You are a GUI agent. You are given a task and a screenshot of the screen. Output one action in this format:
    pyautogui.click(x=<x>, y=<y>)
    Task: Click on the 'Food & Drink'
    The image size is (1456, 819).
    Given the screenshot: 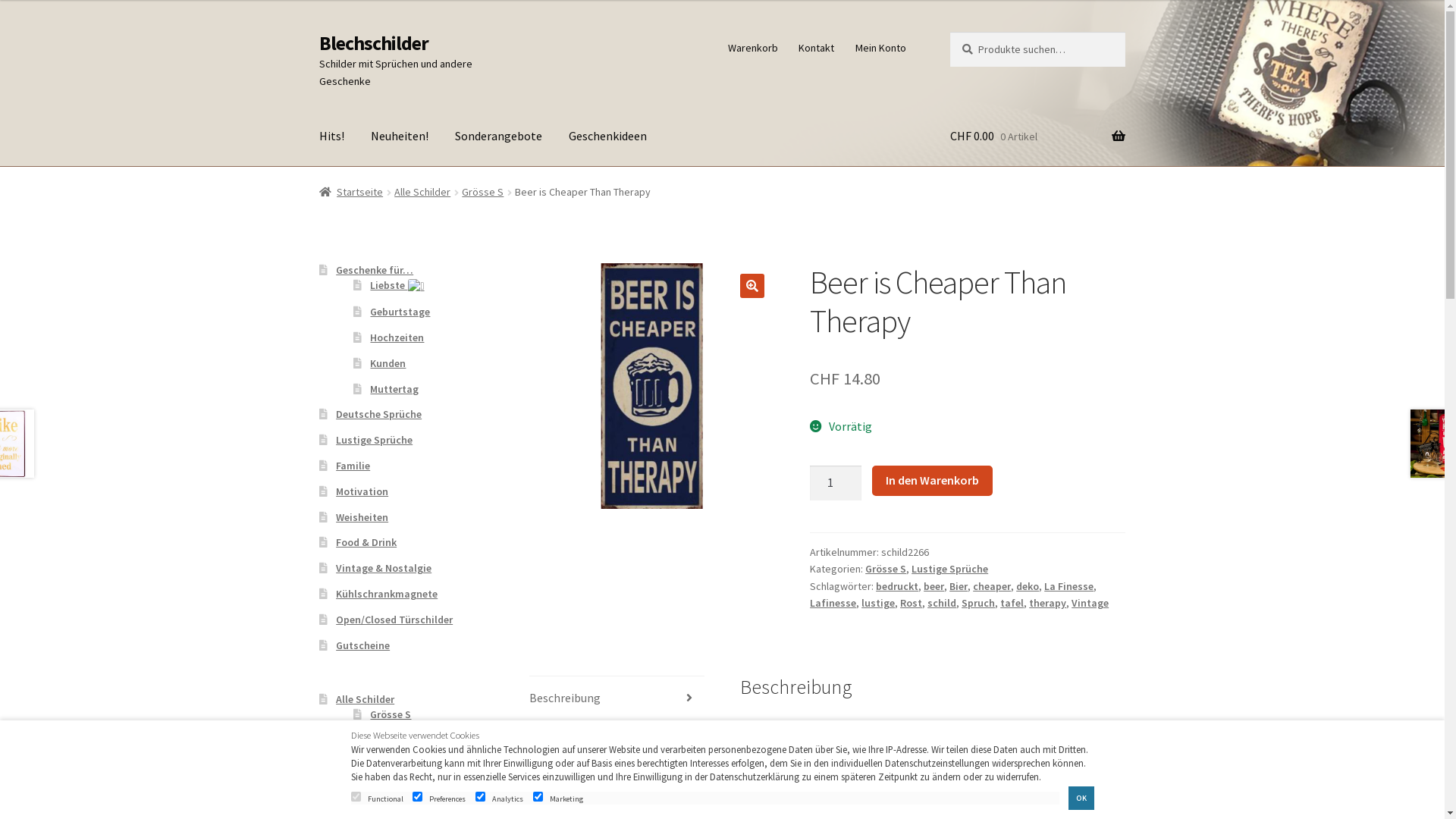 What is the action you would take?
    pyautogui.click(x=366, y=541)
    